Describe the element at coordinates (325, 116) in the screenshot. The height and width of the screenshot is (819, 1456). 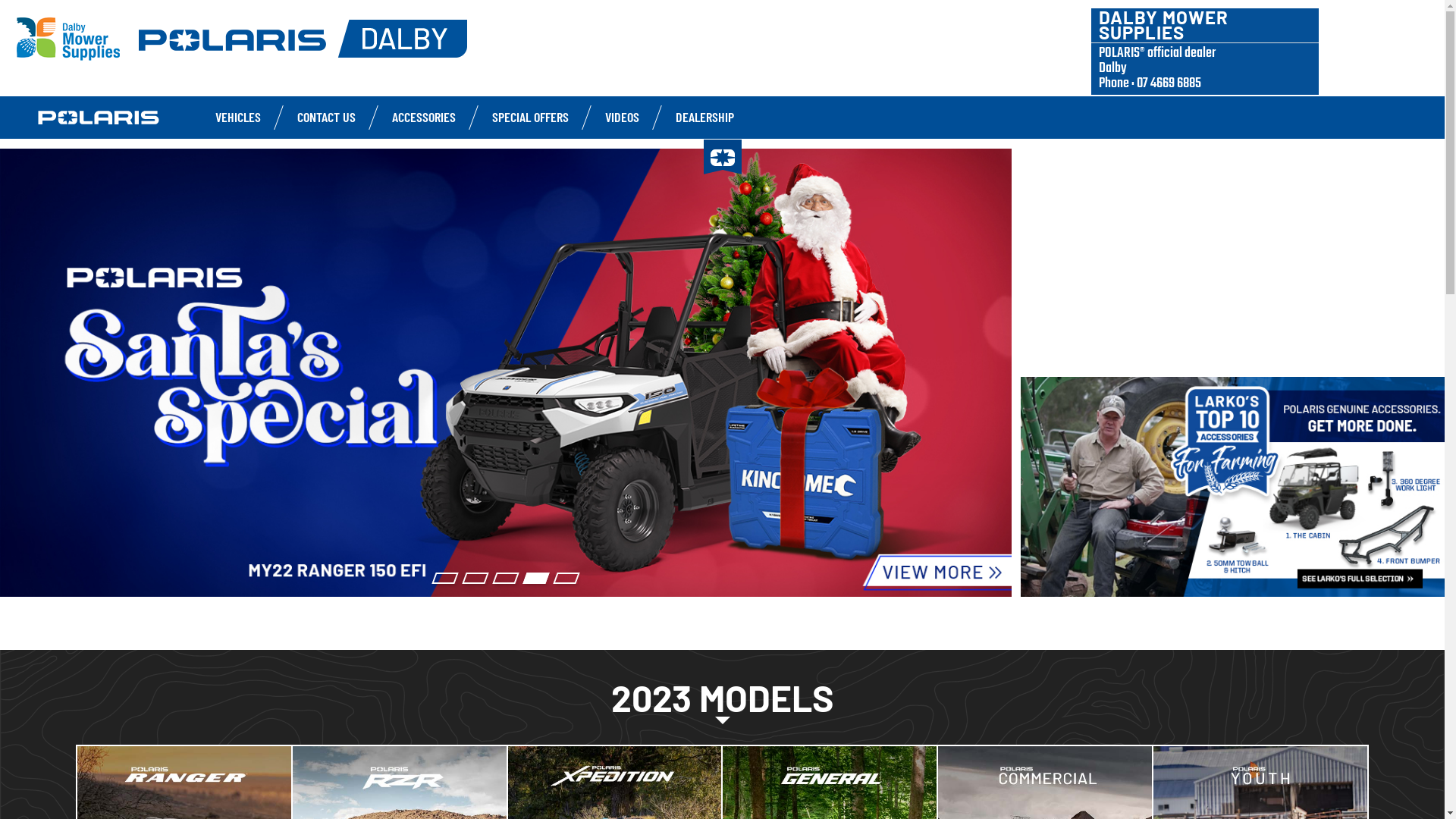
I see `'CONTACT US'` at that location.